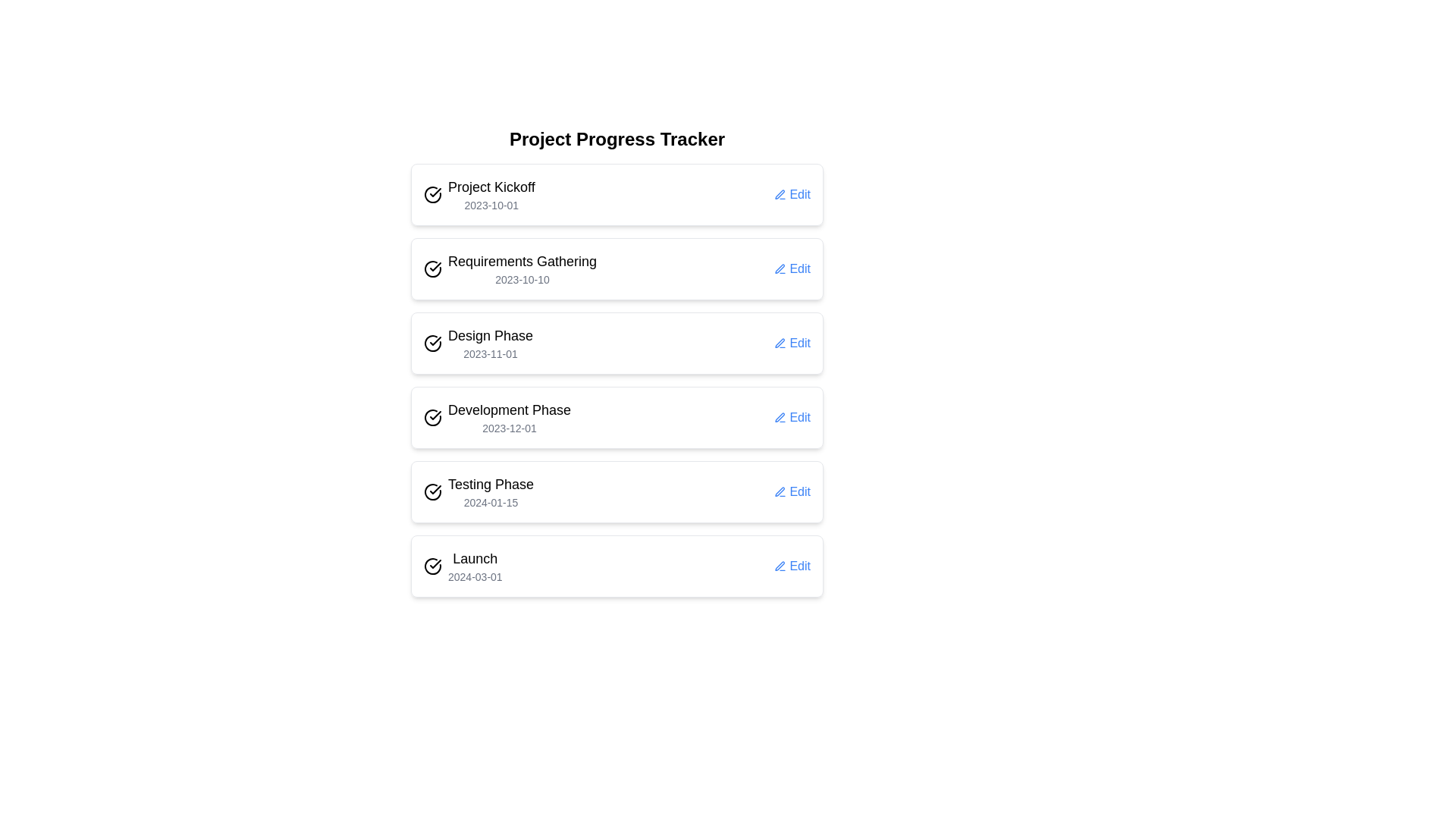 The height and width of the screenshot is (819, 1456). What do you see at coordinates (491, 491) in the screenshot?
I see `the text display element that shows the title 'Testing Phase' and the date '2024-01-15', located in the fourth row of the 'Project Progress Tracker' layout` at bounding box center [491, 491].